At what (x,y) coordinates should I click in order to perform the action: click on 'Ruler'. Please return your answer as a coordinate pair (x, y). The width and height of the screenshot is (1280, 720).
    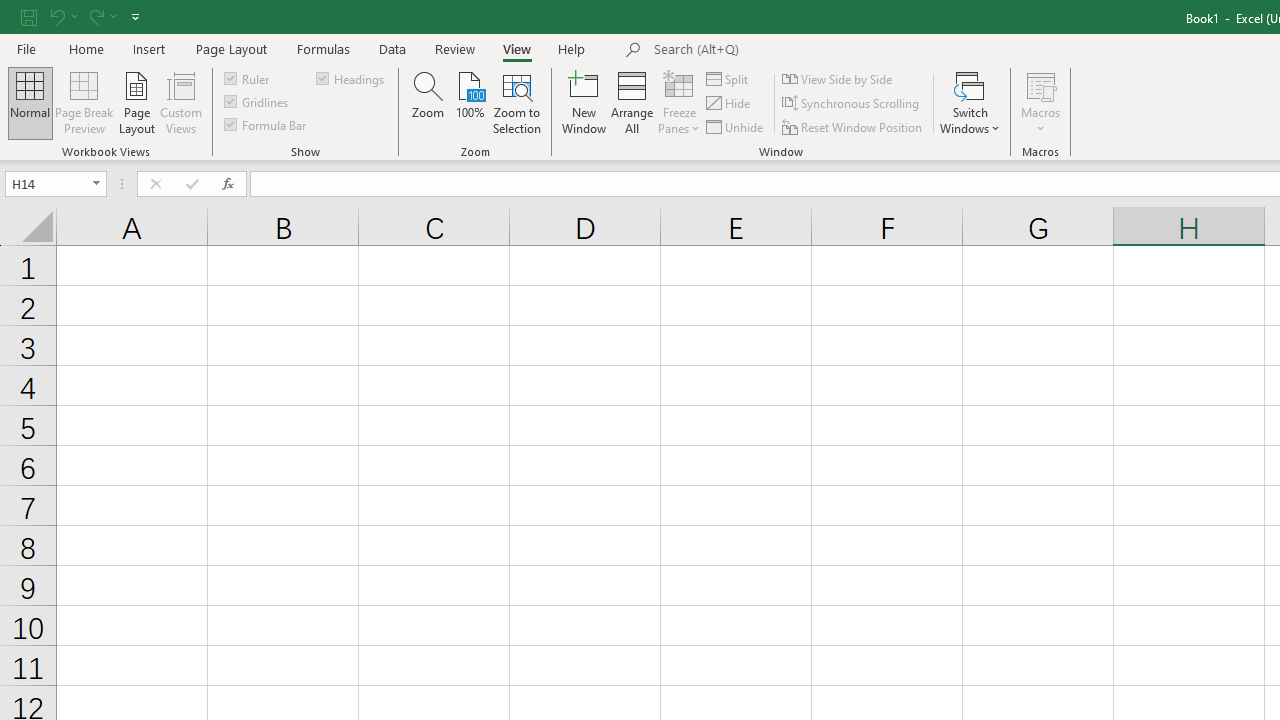
    Looking at the image, I should click on (247, 77).